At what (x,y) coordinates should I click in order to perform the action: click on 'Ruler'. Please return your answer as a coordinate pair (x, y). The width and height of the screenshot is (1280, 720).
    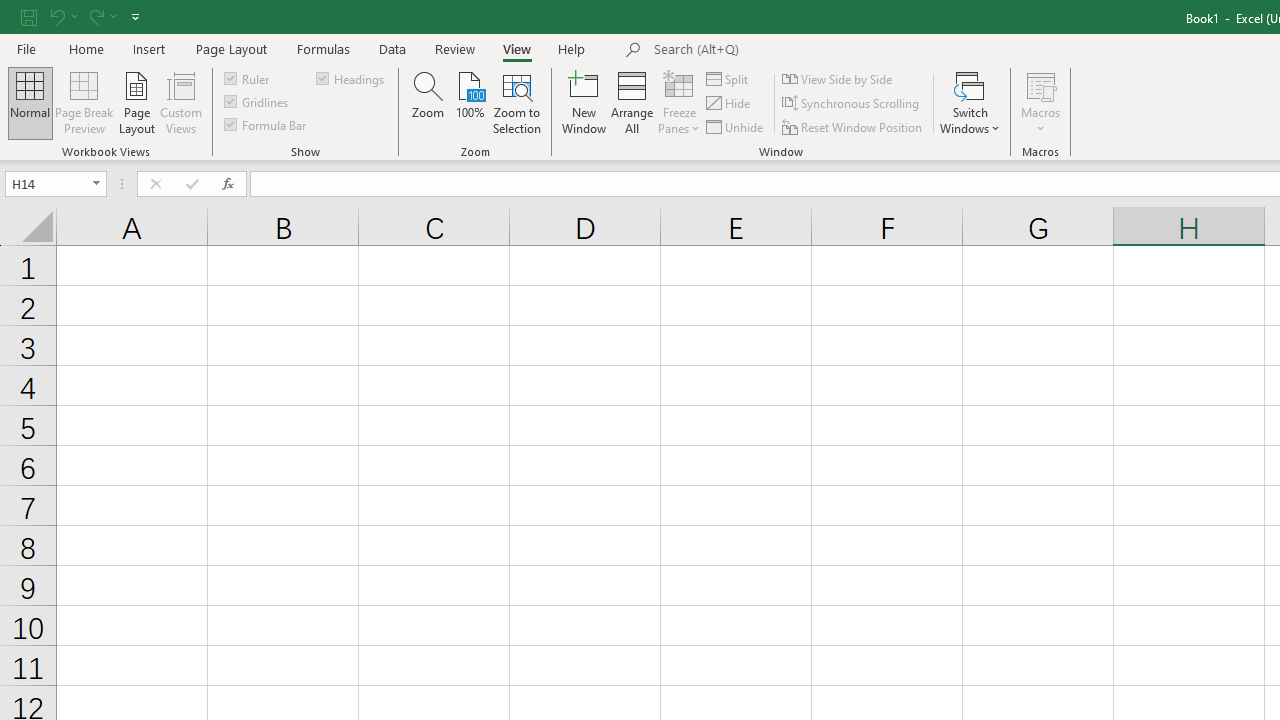
    Looking at the image, I should click on (247, 77).